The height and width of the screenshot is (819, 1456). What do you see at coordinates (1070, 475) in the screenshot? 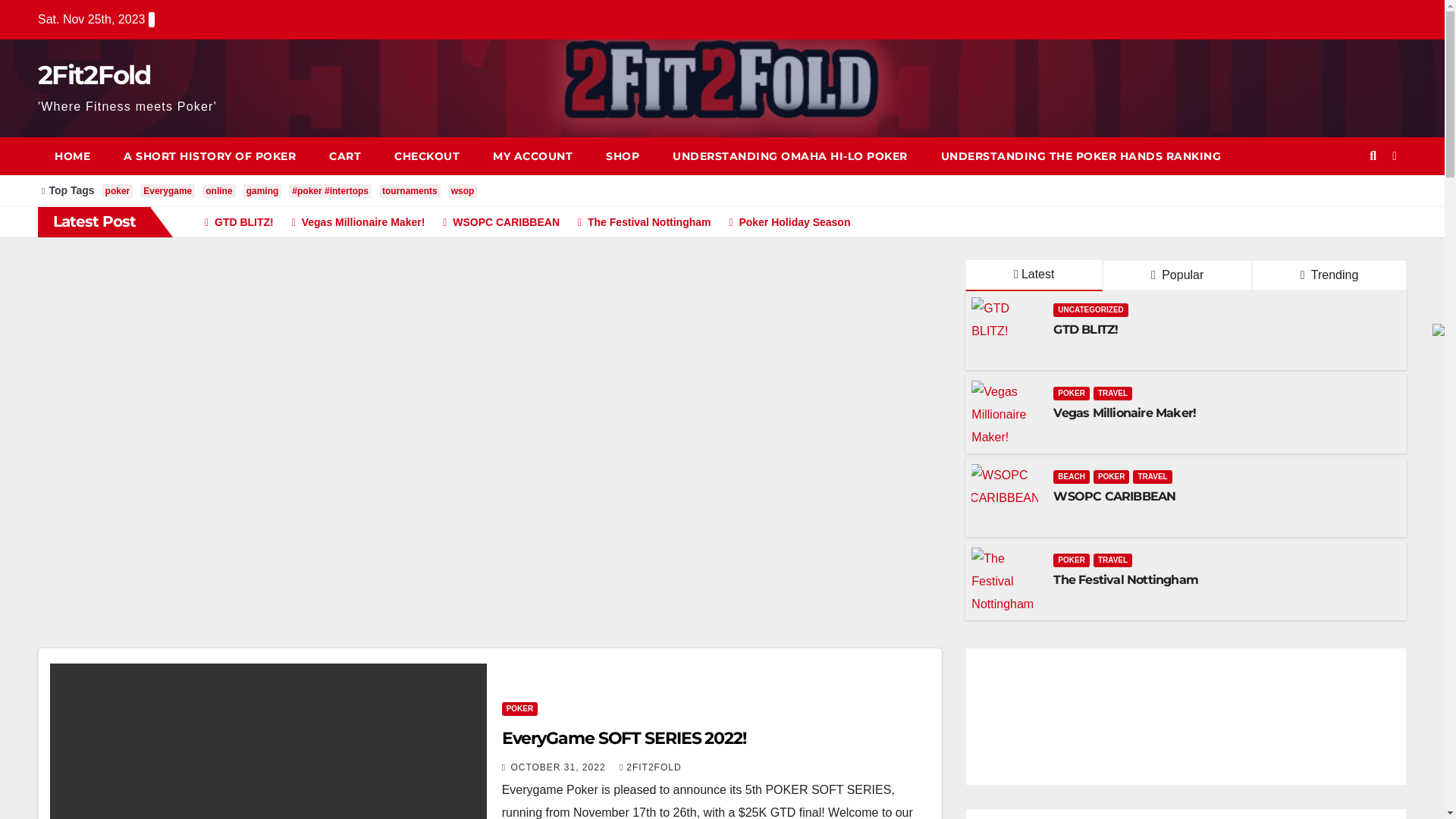
I see `'BEACH'` at bounding box center [1070, 475].